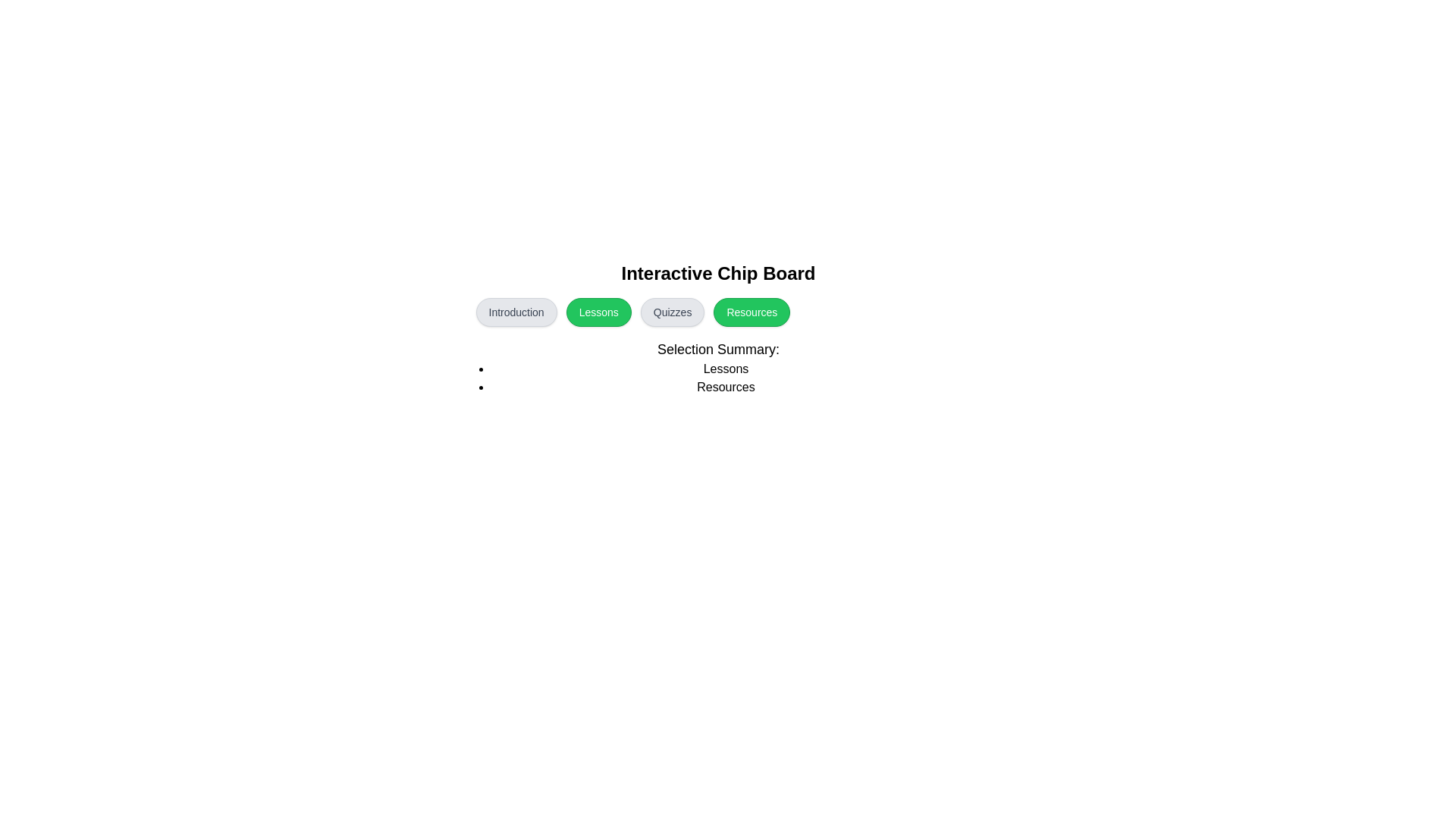 The image size is (1456, 819). I want to click on displayed information in the 'Selection Summary:' section, which includes a bullet-point list of 'Lessons' and 'Resources', located below the interactive chip buttons, so click(717, 368).